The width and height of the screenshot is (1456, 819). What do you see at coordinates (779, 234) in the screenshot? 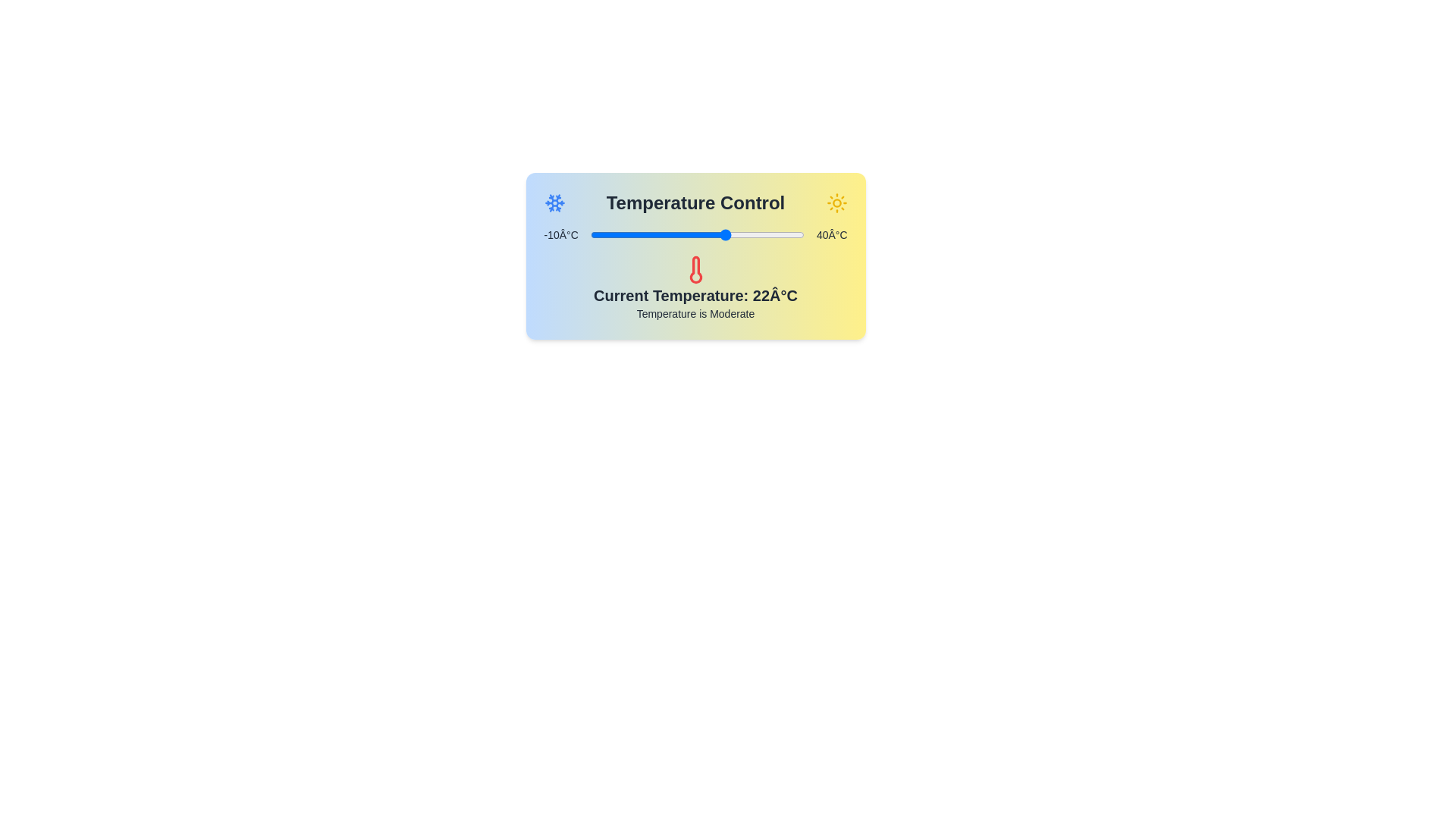
I see `the temperature slider to set the temperature to 34°C` at bounding box center [779, 234].